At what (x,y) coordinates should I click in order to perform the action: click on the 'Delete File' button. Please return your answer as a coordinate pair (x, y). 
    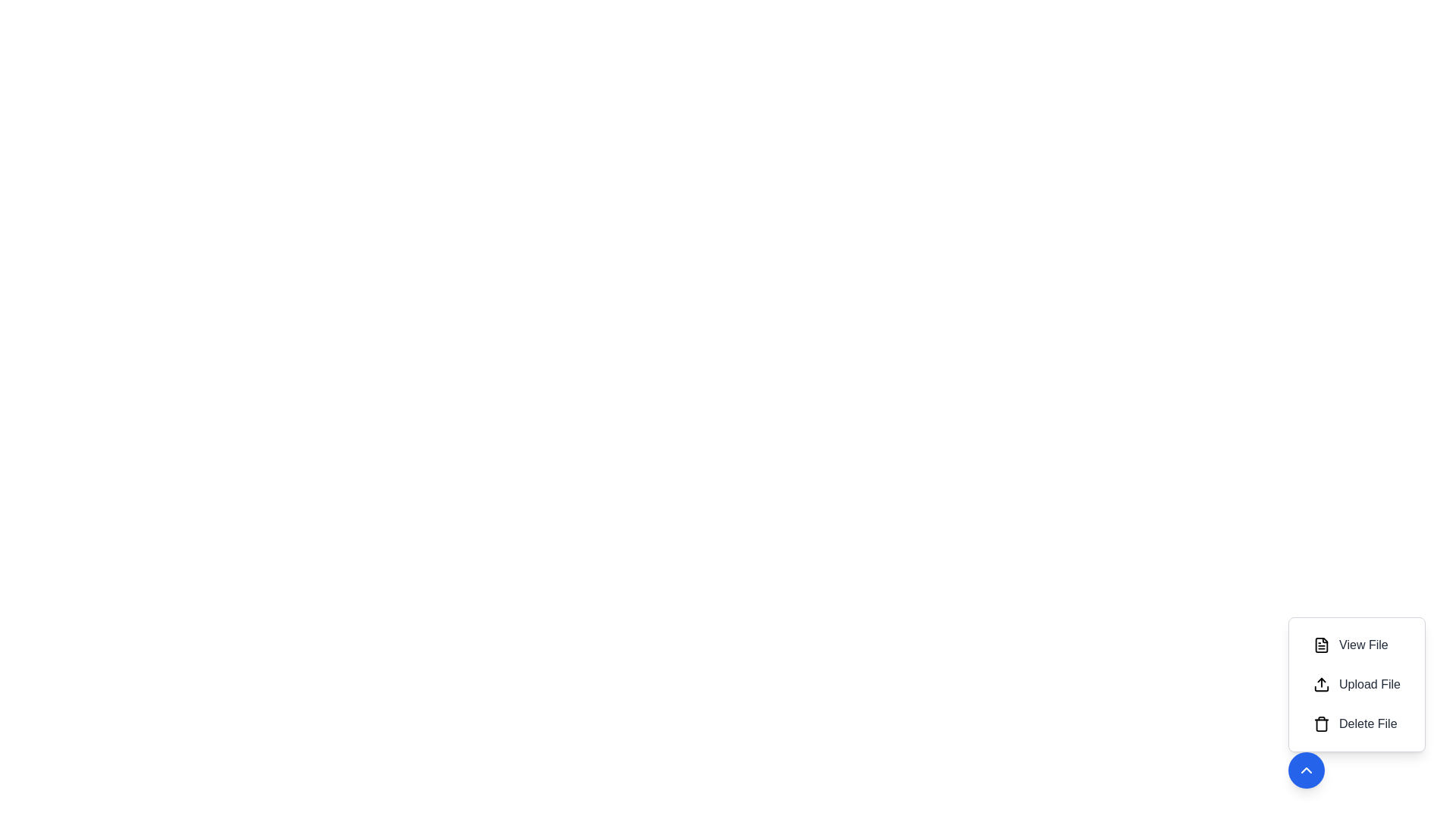
    Looking at the image, I should click on (1357, 723).